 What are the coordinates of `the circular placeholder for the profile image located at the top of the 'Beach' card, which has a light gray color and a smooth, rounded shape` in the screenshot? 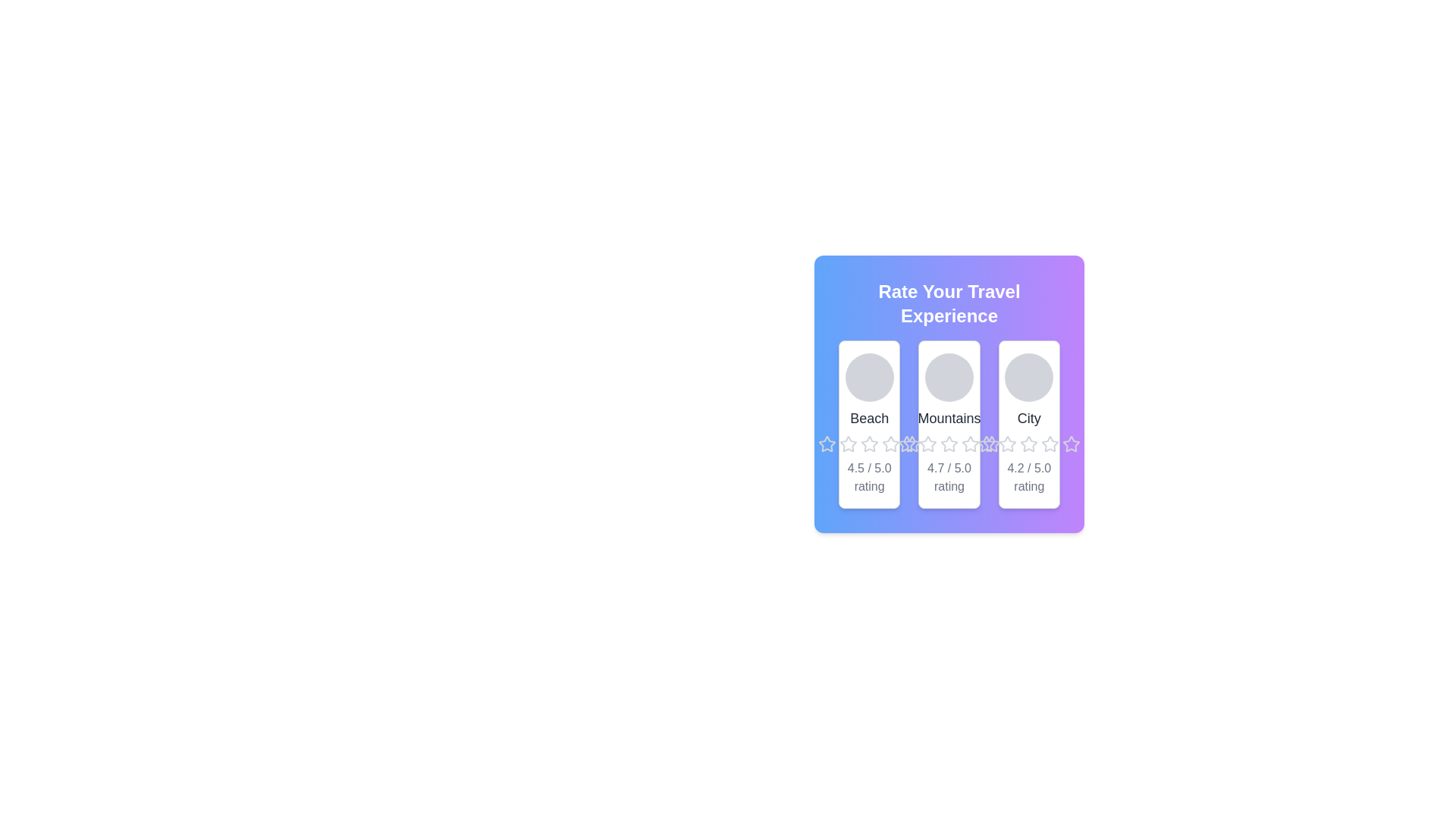 It's located at (869, 376).